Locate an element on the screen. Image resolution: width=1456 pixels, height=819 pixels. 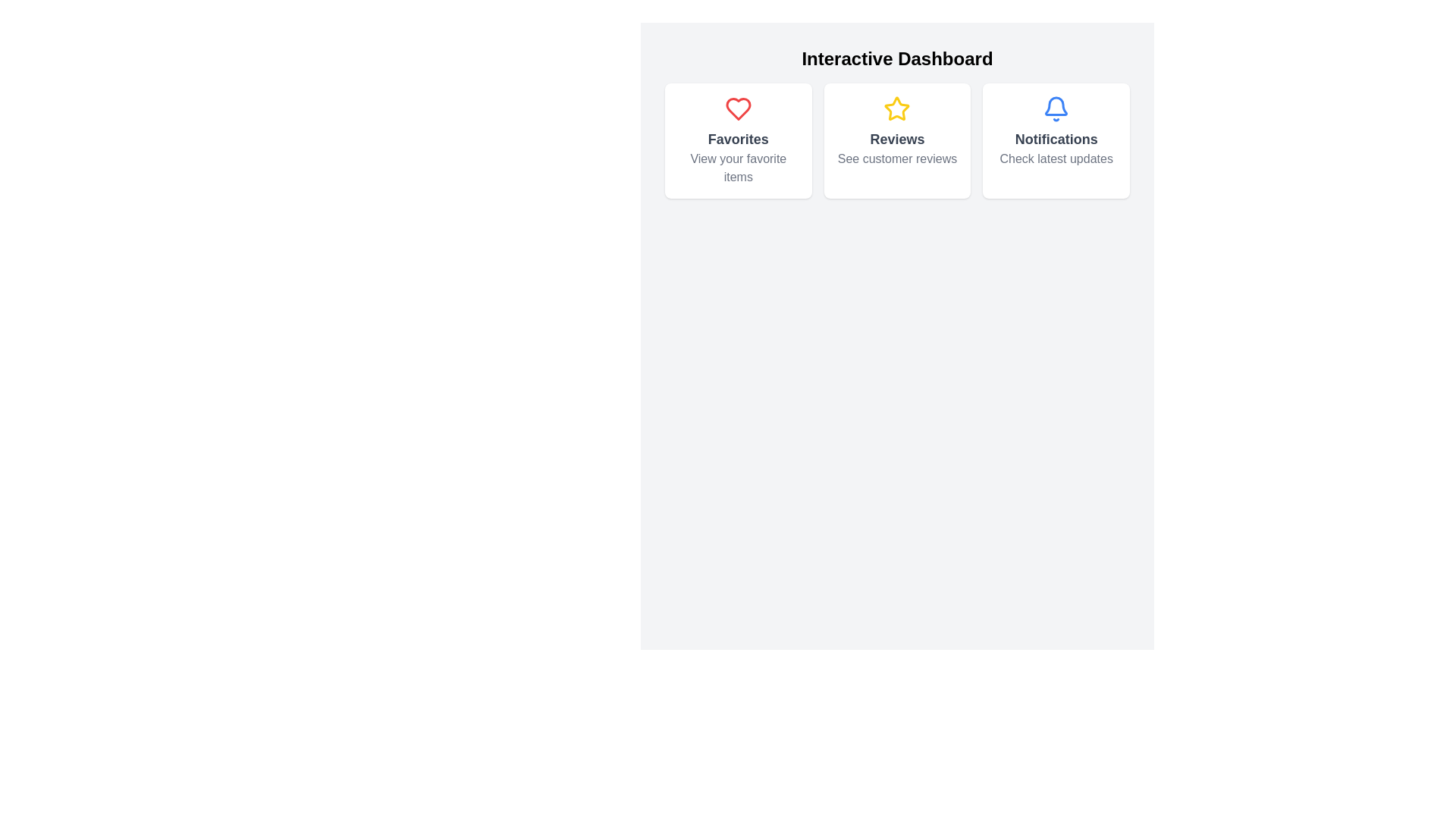
the gray-colored text label that says 'Check latest updates' located under the 'Notifications' section within the card component is located at coordinates (1056, 158).